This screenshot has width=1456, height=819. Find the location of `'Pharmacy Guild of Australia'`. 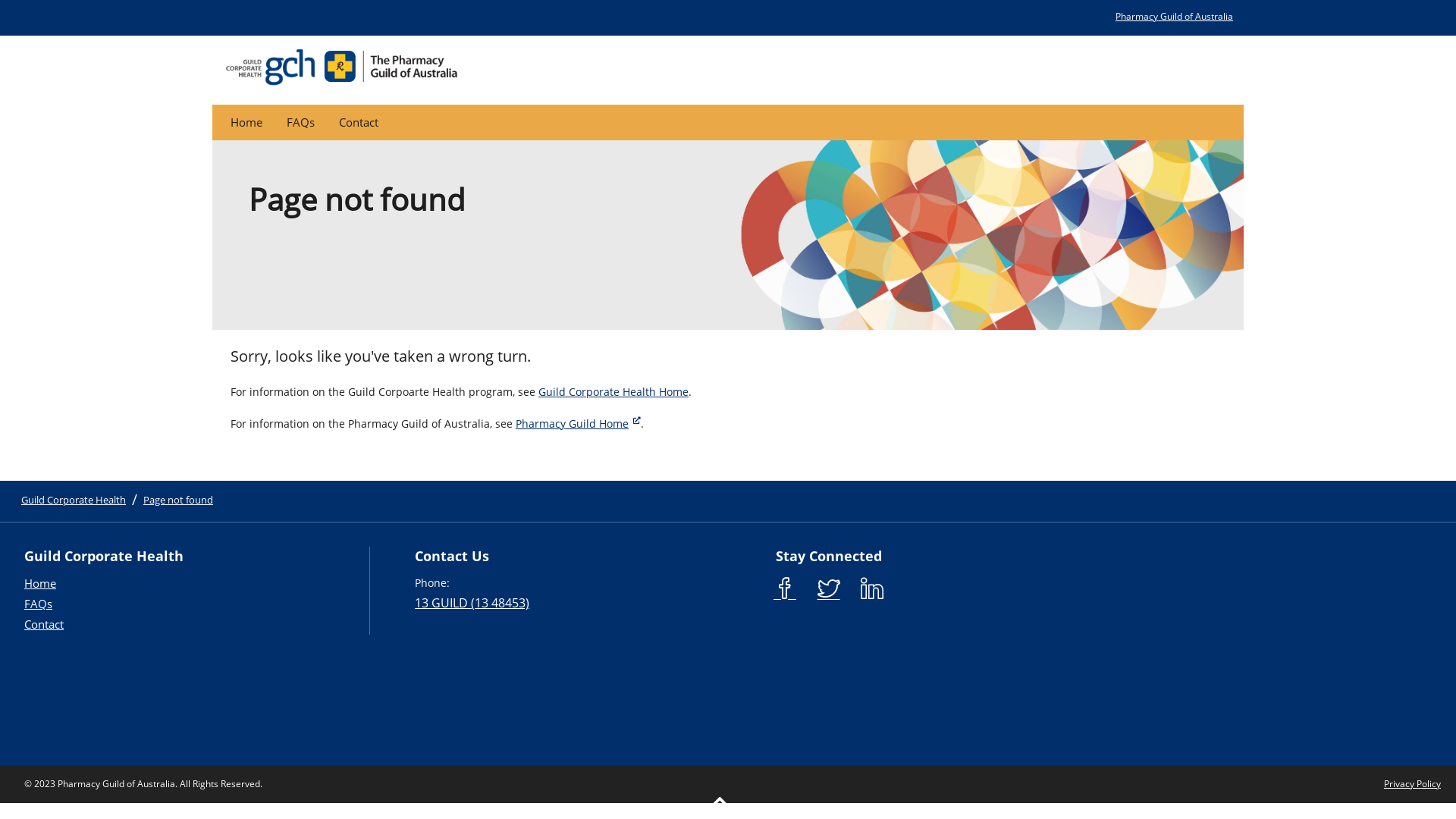

'Pharmacy Guild of Australia' is located at coordinates (1173, 17).